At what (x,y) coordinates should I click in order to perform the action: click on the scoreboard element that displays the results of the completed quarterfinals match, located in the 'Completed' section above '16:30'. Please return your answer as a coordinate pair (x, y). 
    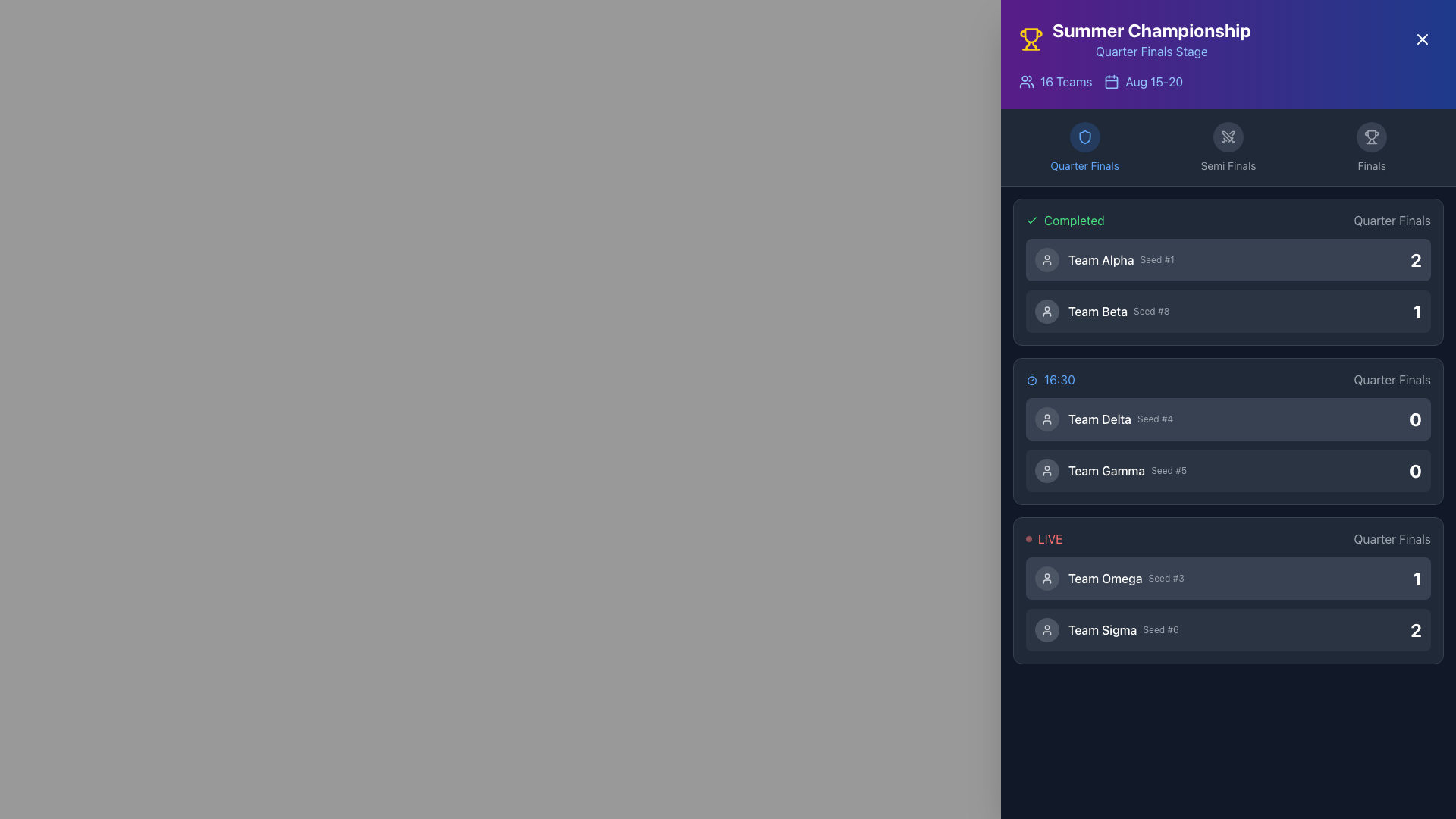
    Looking at the image, I should click on (1228, 286).